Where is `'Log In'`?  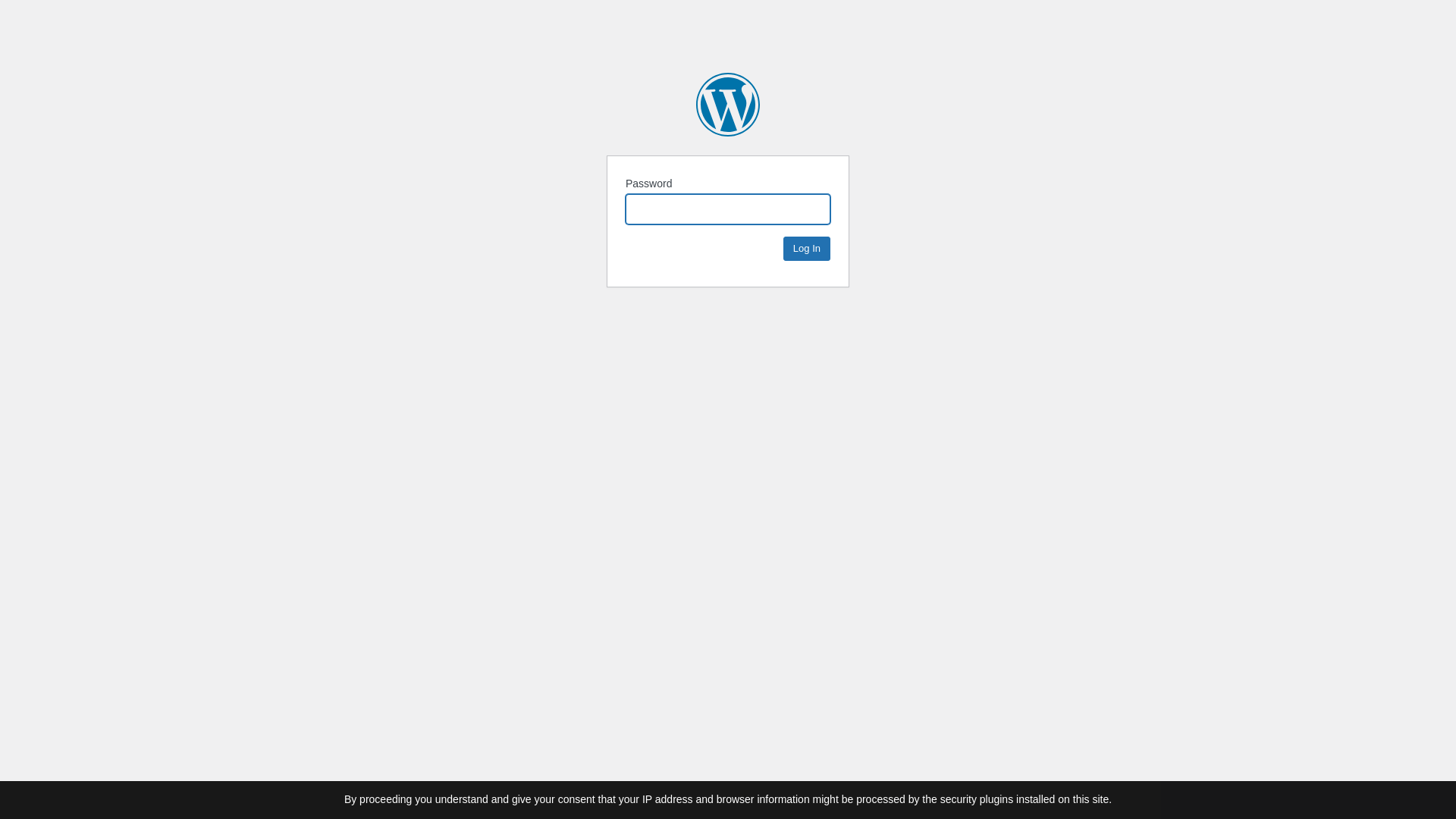 'Log In' is located at coordinates (806, 247).